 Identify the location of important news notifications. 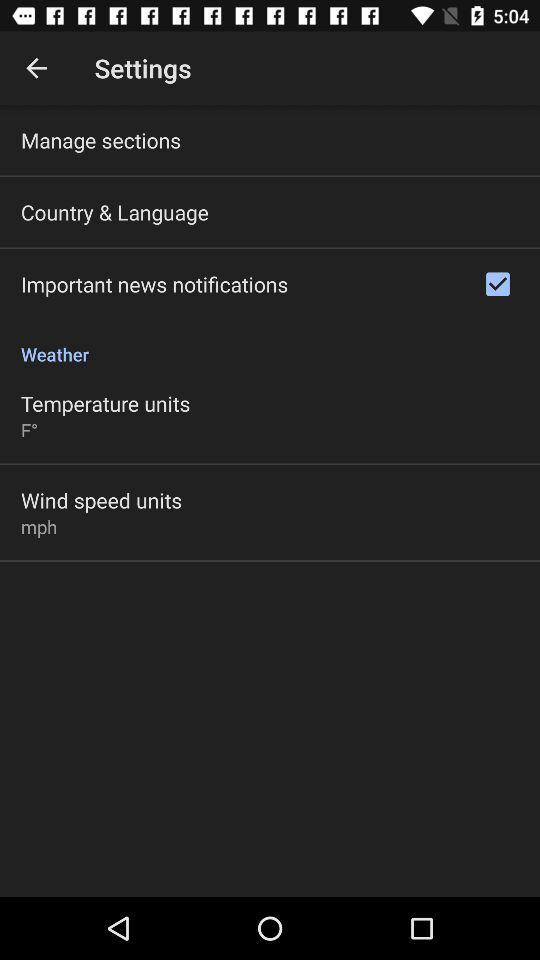
(153, 283).